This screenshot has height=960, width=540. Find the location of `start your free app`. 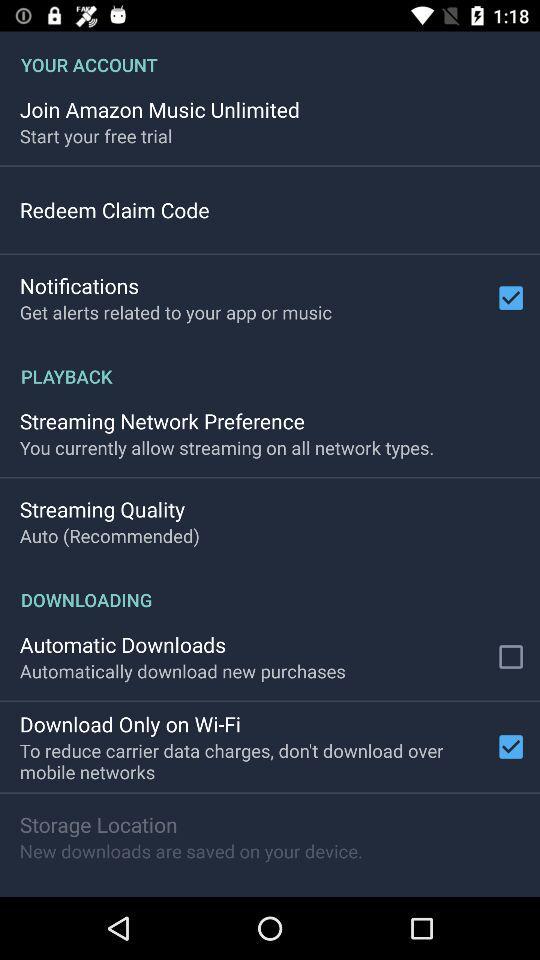

start your free app is located at coordinates (95, 135).